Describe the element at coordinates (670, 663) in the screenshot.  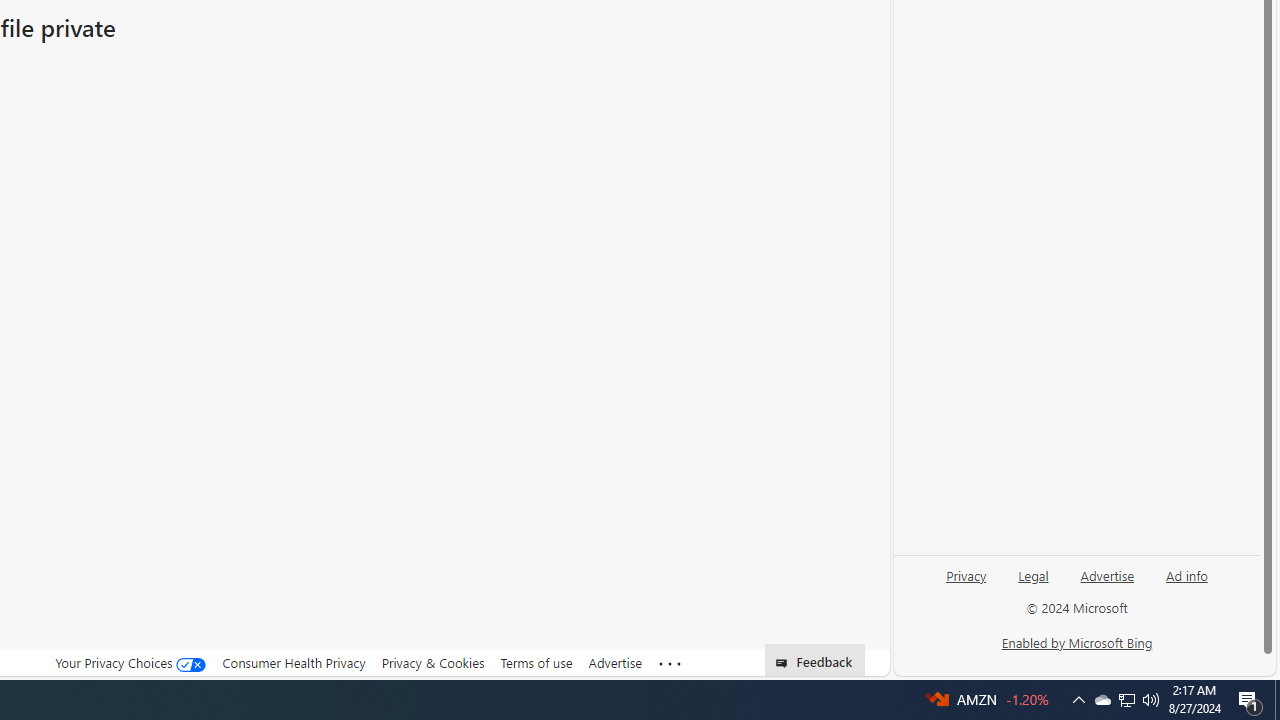
I see `'Class: oneFooter_seeMore-DS-EntryPoint1-1'` at that location.